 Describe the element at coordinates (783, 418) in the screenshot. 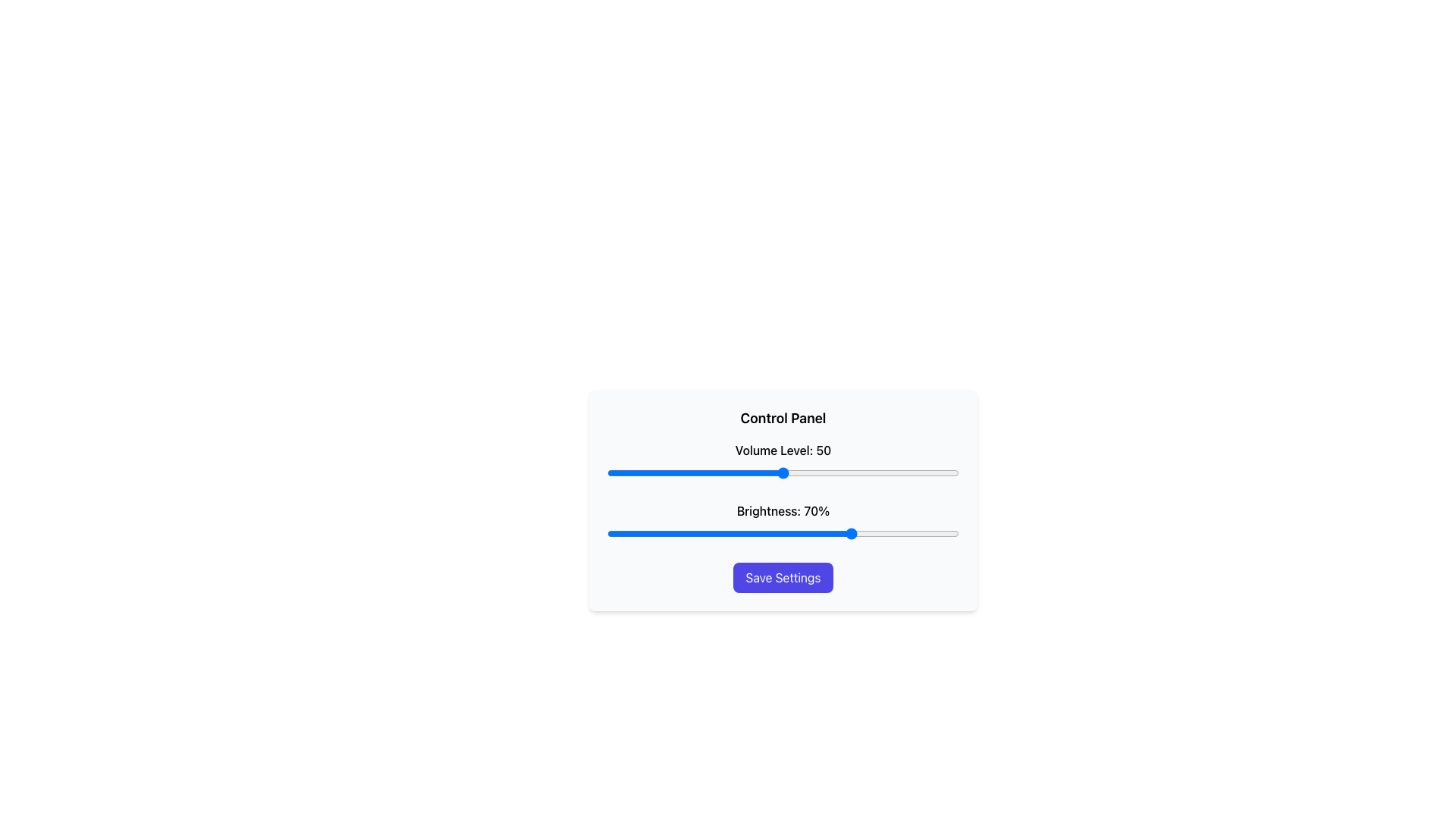

I see `the bold 'Control Panel' text label located at the top of the card-like interface` at that location.